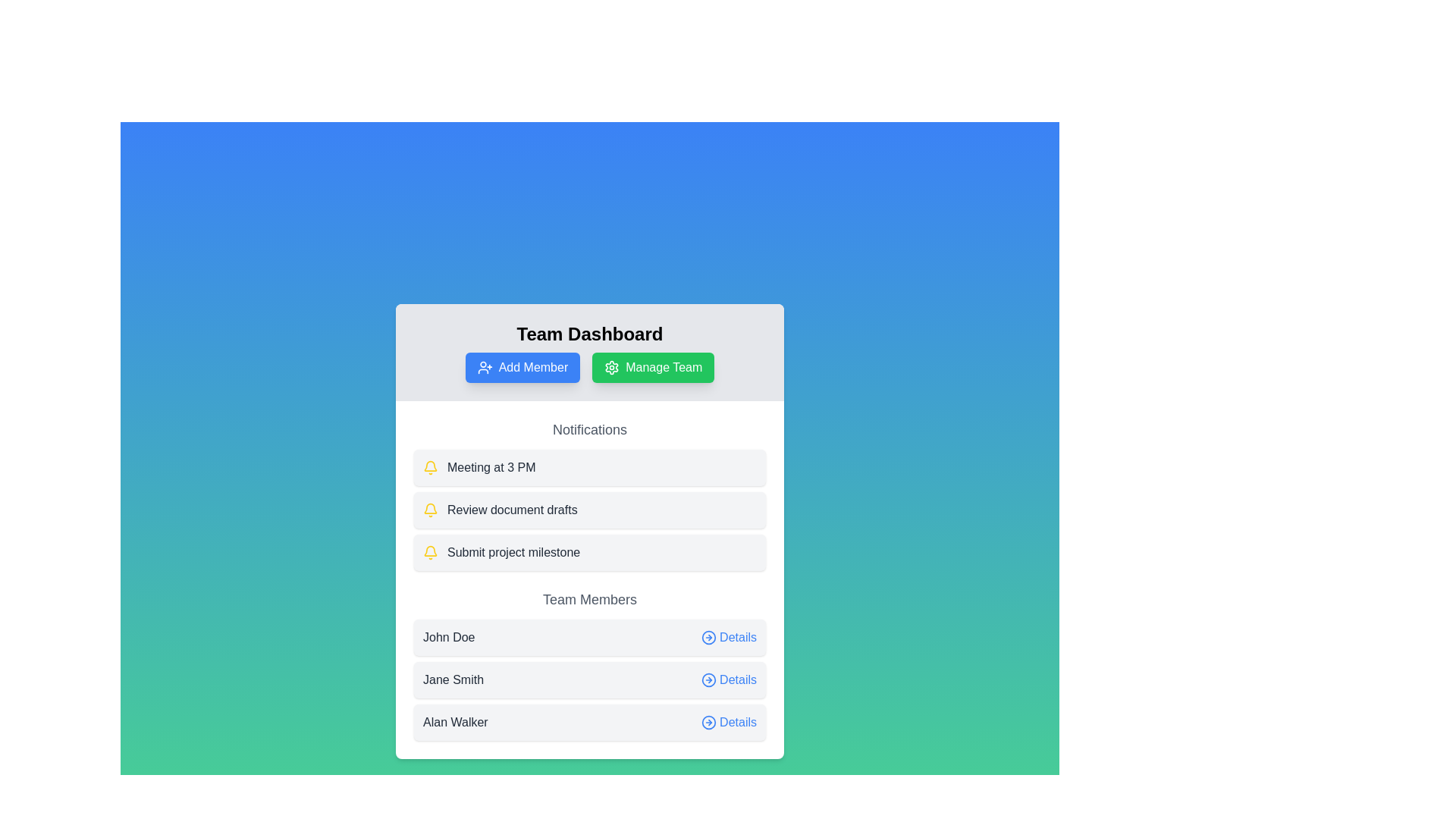  I want to click on the text label identifying the team member named 'John Doe', which is the first item in the 'Team Members' section, located below the 'Notifications' section and to the left of the 'Details' link, so click(448, 637).